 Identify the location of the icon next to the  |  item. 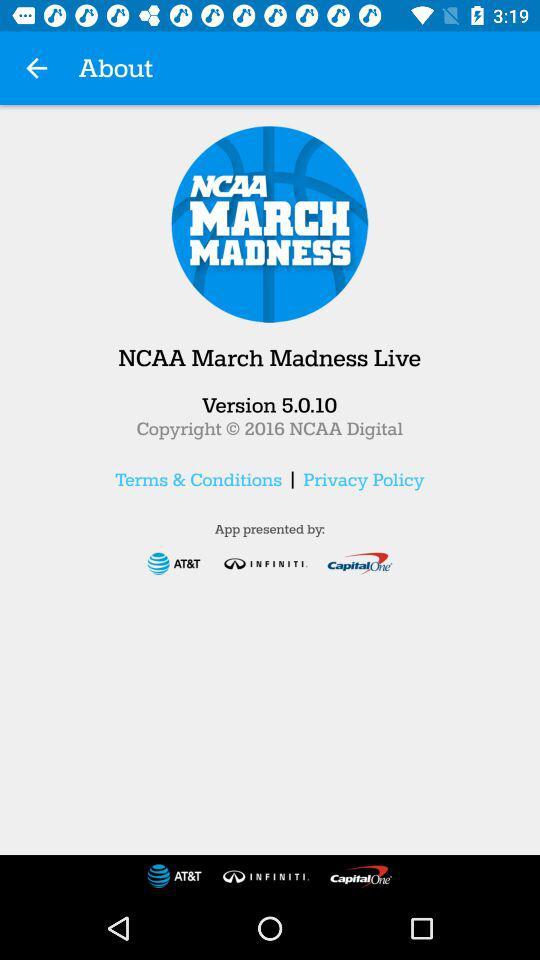
(198, 479).